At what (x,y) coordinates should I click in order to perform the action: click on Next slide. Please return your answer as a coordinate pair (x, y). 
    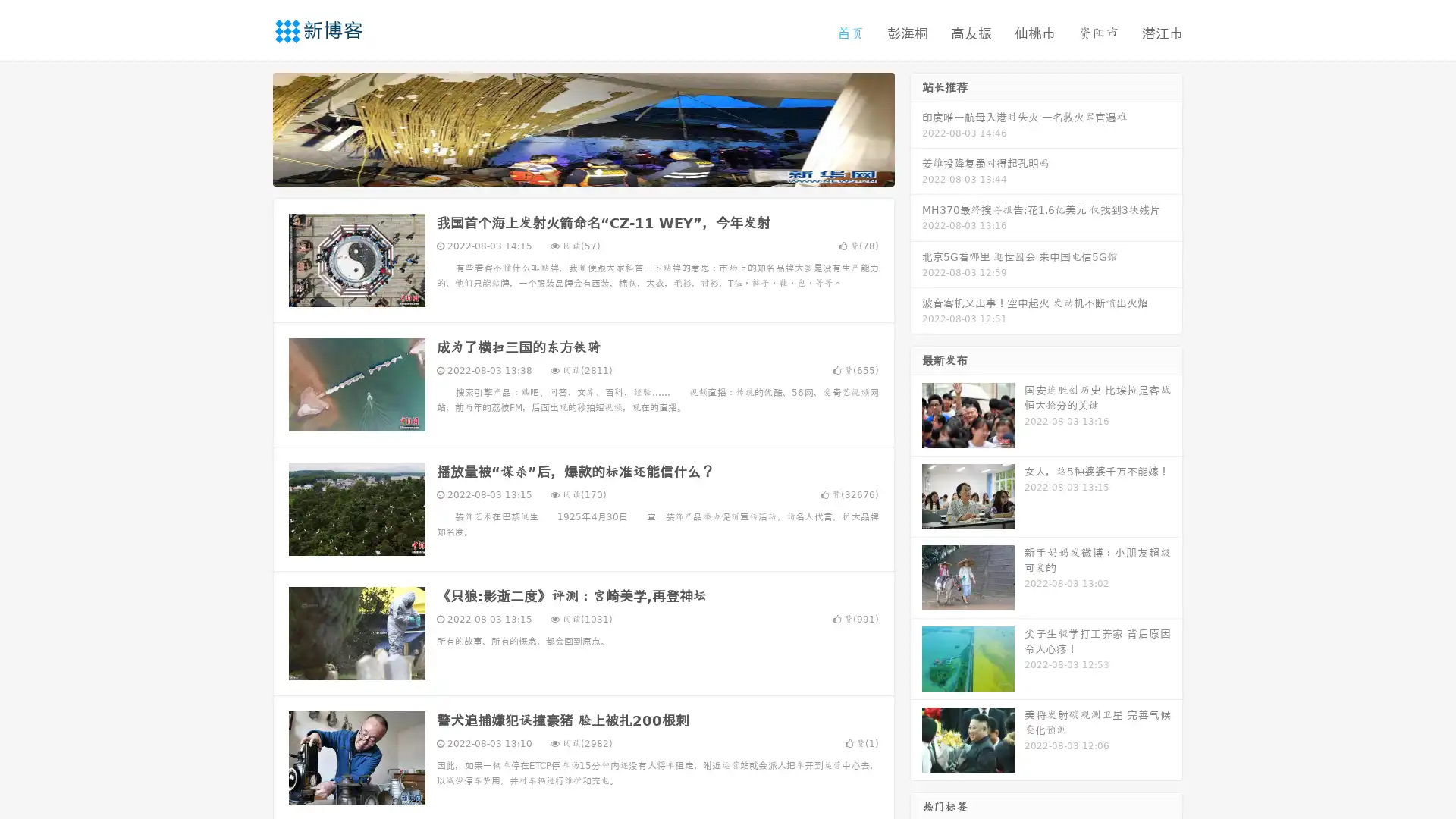
    Looking at the image, I should click on (916, 127).